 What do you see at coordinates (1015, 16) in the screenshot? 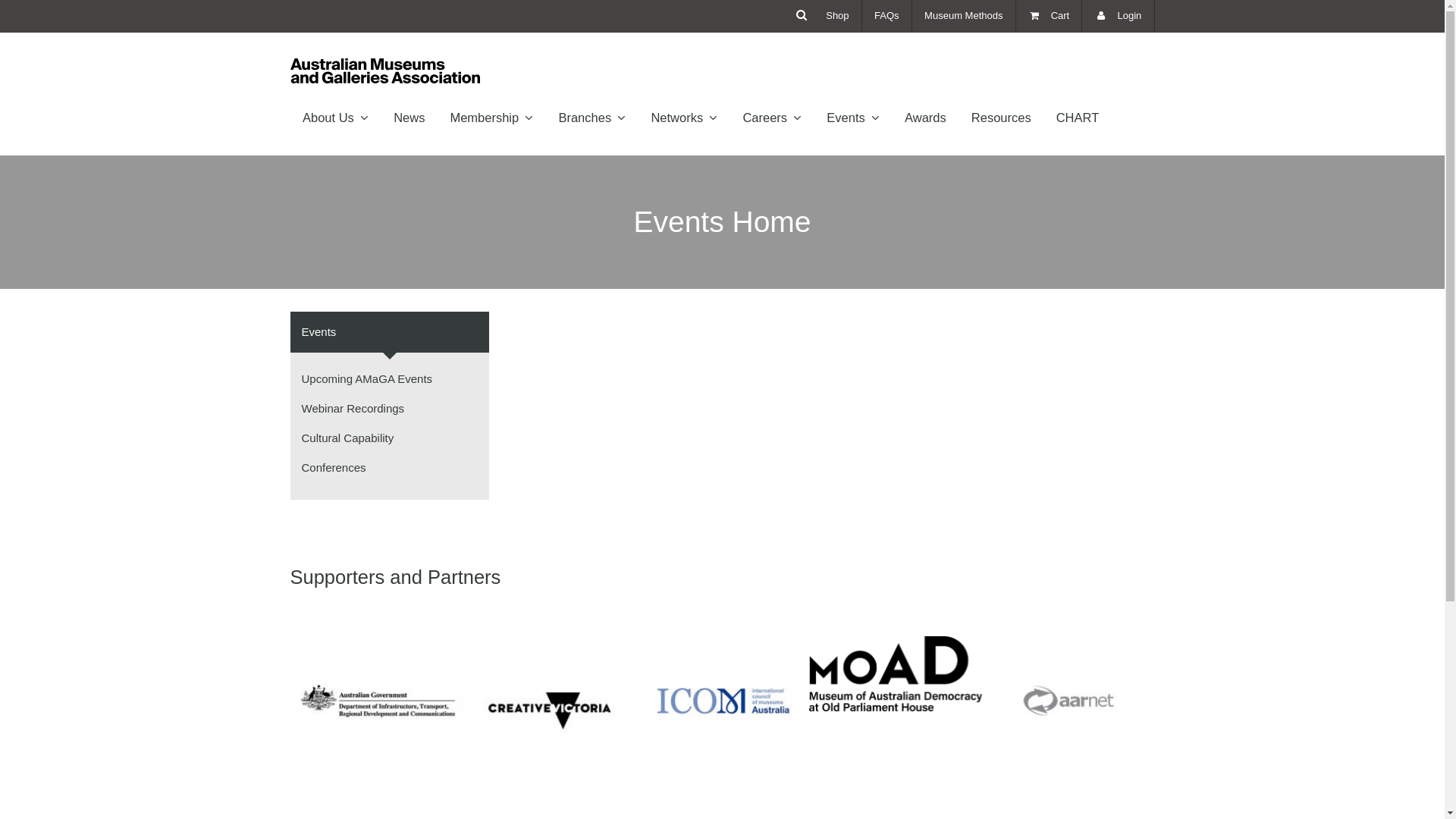
I see `'Cart'` at bounding box center [1015, 16].